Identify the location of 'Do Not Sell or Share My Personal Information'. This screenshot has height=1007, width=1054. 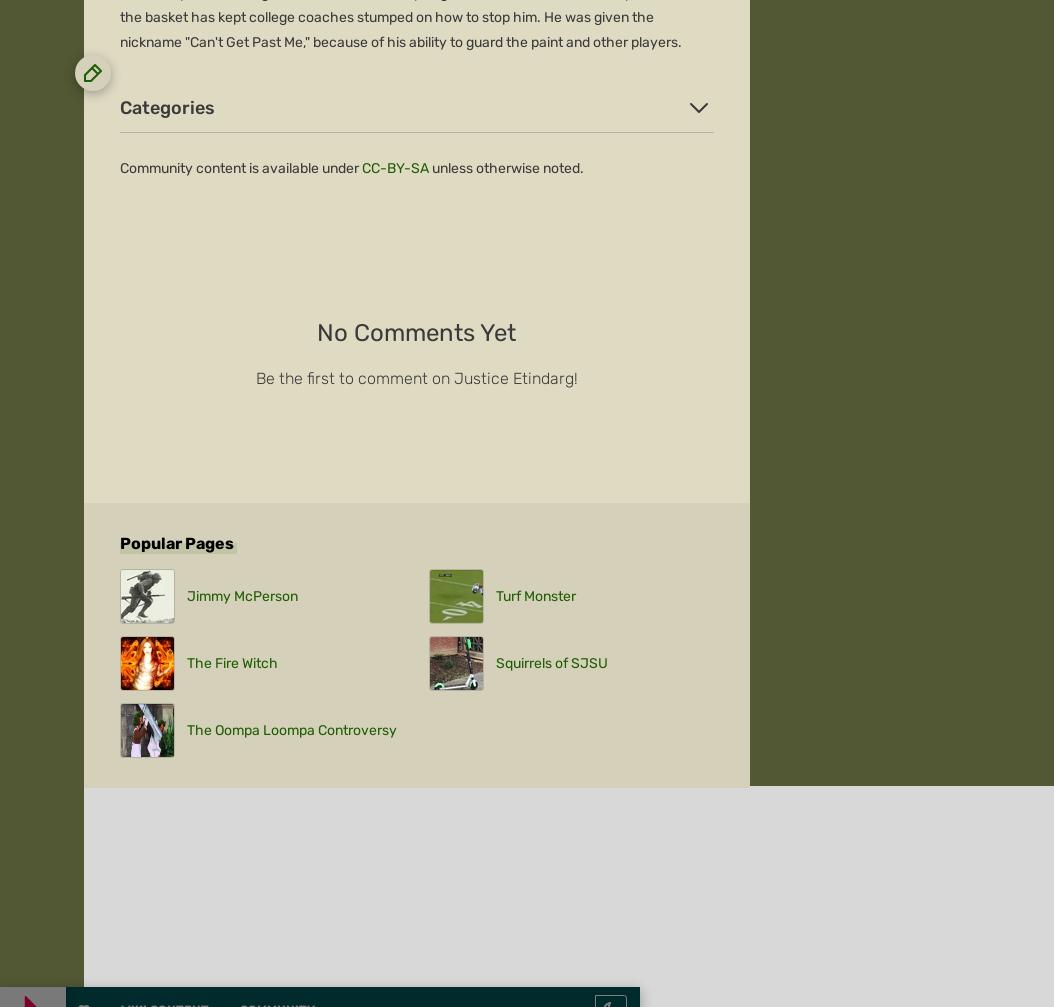
(574, 508).